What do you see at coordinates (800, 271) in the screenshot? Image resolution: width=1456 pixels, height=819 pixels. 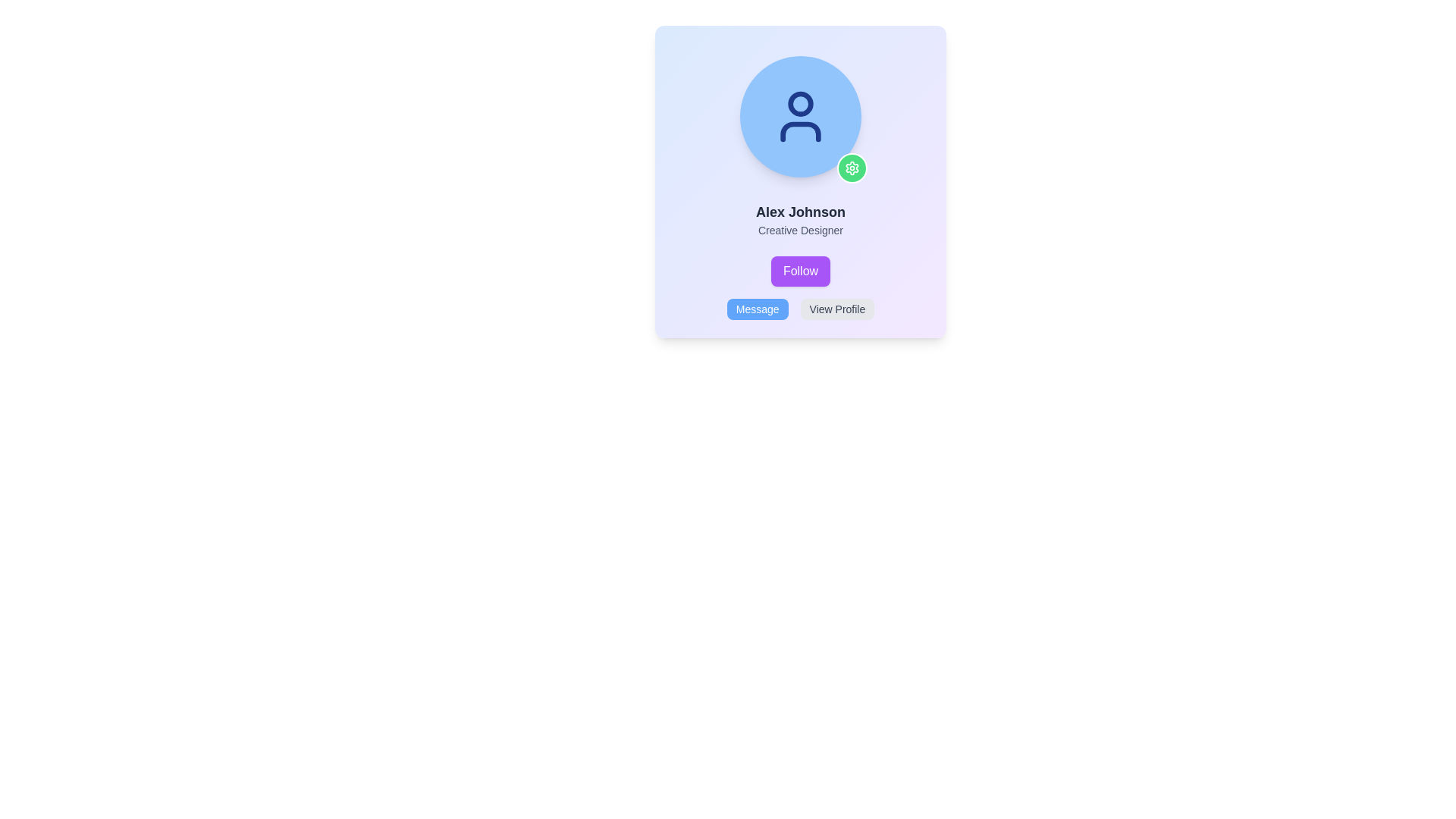 I see `the follow button located in the user profile card for keyboard navigation, positioned below the name 'Alex Johnson' and above the 'Message' and 'View Profile' buttons` at bounding box center [800, 271].